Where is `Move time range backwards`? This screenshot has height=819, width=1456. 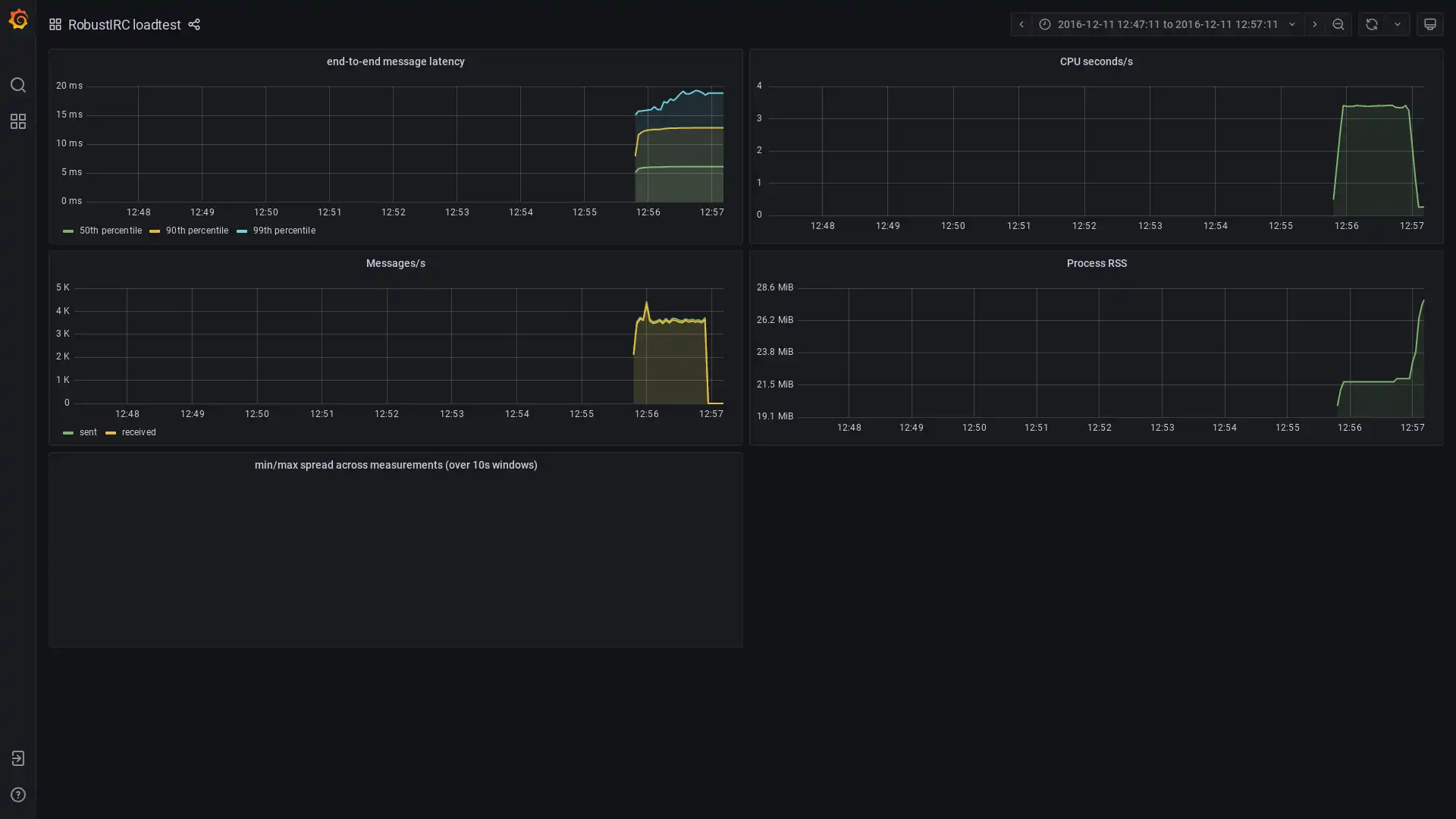
Move time range backwards is located at coordinates (1020, 24).